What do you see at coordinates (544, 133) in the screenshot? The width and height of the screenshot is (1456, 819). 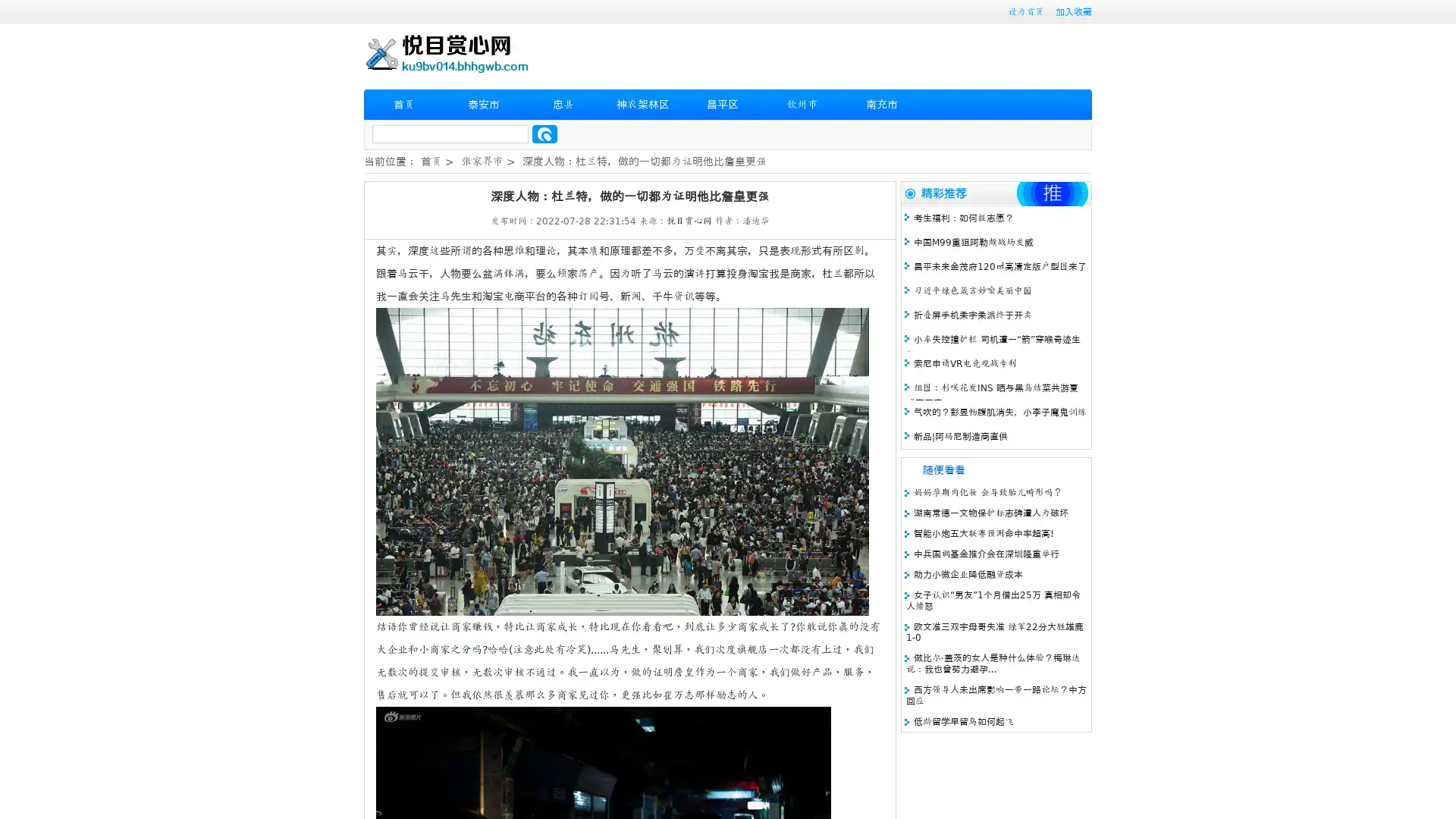 I see `Search` at bounding box center [544, 133].